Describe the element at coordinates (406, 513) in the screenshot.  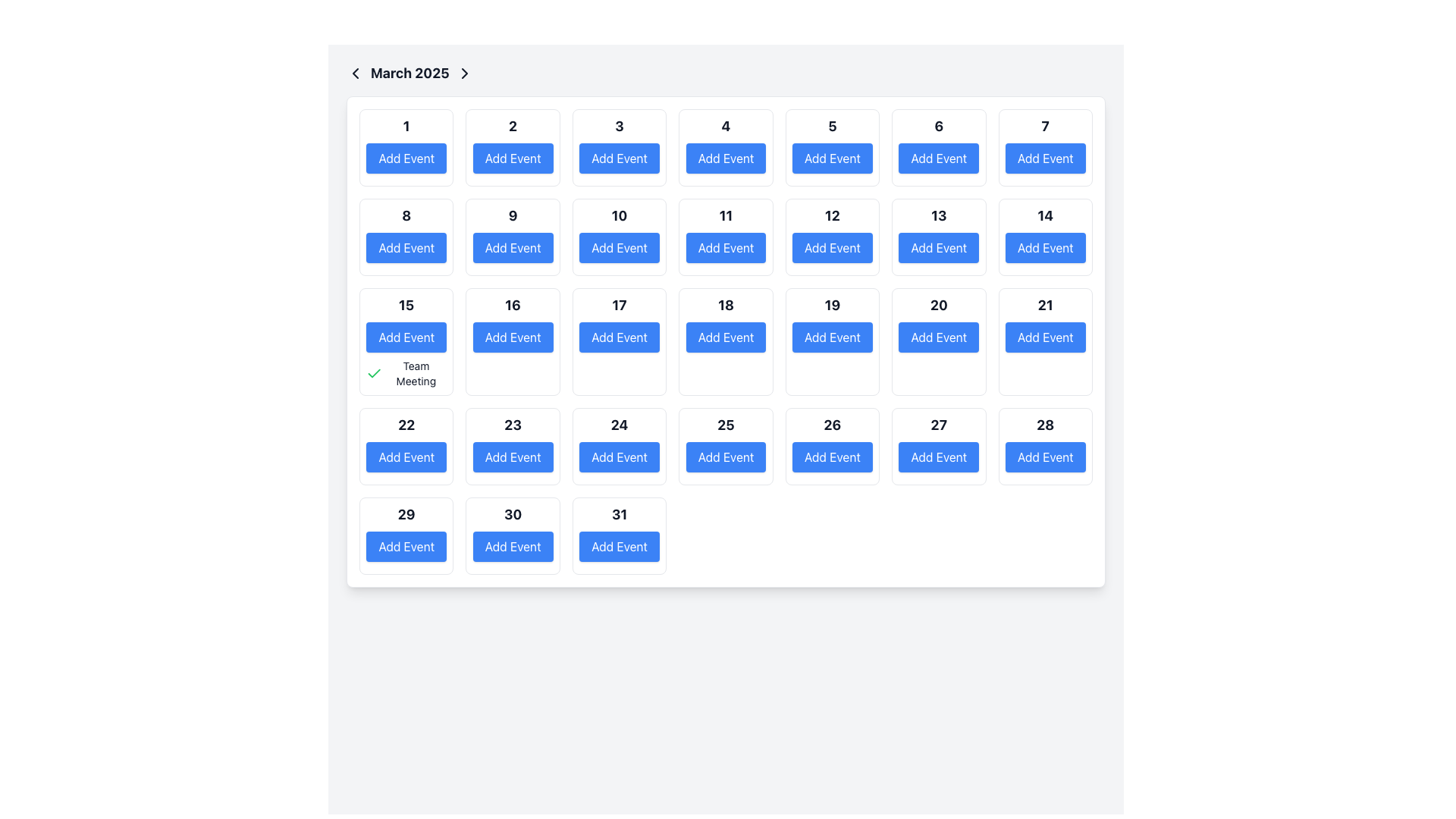
I see `the bold, large text label displaying the number '29' located in the last row, fifth column of the grid layout, above the 'Add Event' button` at that location.